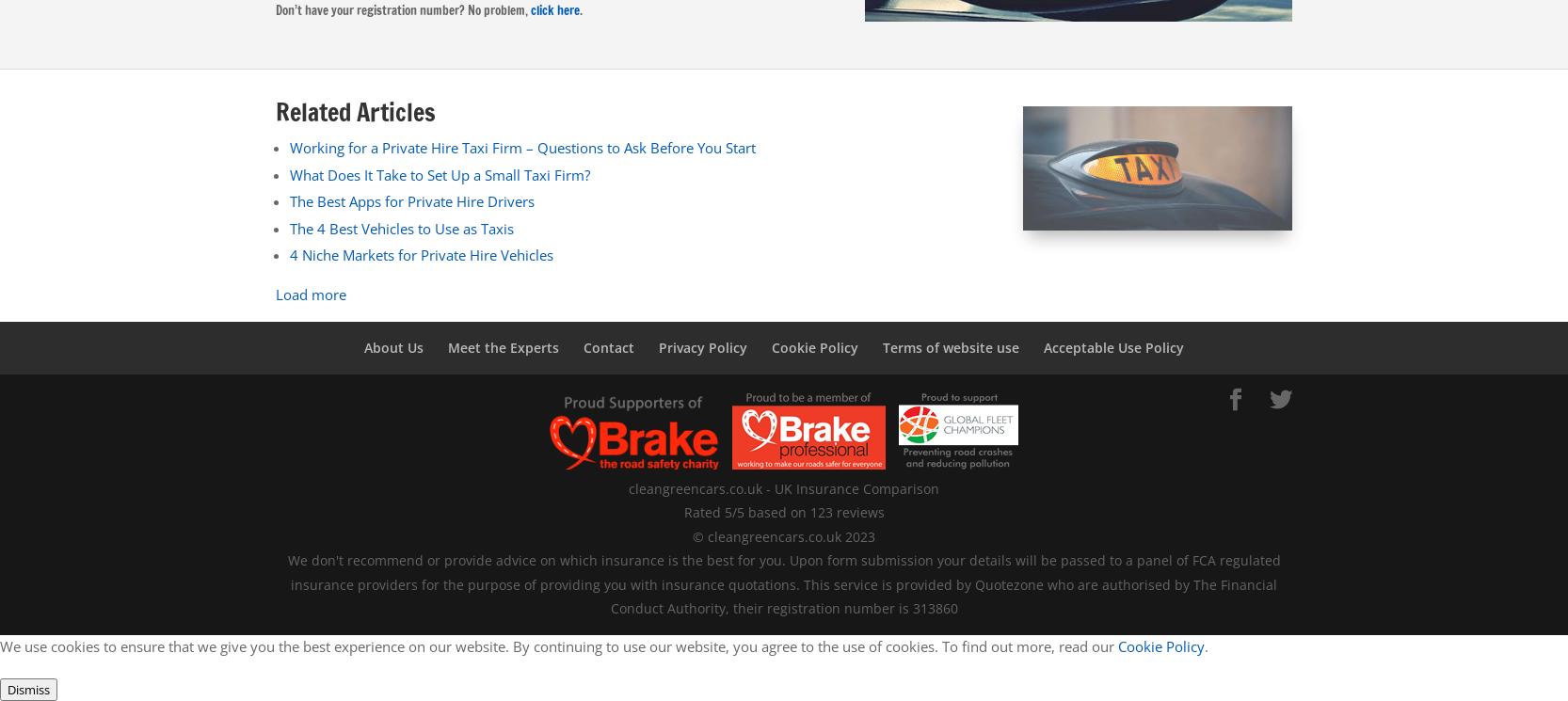 Image resolution: width=1568 pixels, height=701 pixels. Describe the element at coordinates (1112, 347) in the screenshot. I see `'Acceptable Use Policy'` at that location.